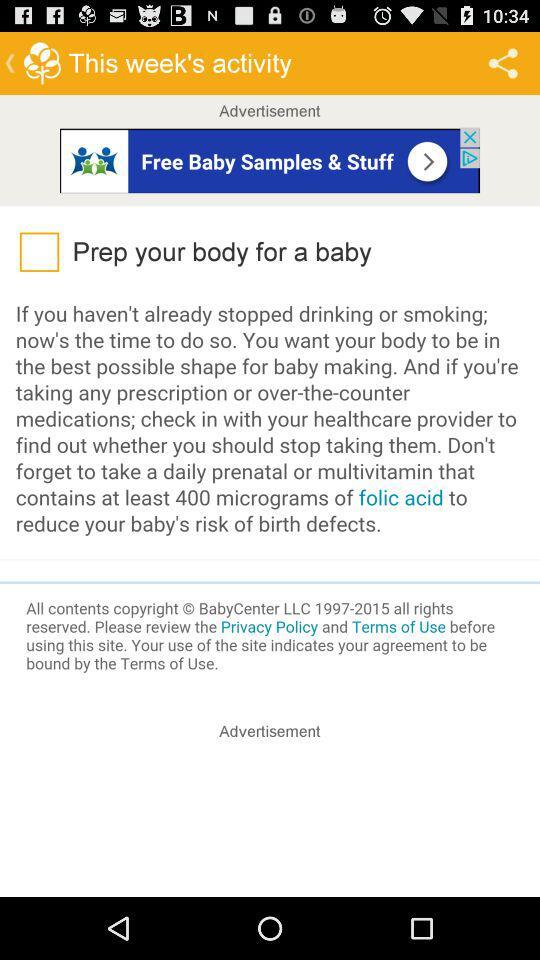 This screenshot has height=960, width=540. I want to click on website, so click(270, 158).